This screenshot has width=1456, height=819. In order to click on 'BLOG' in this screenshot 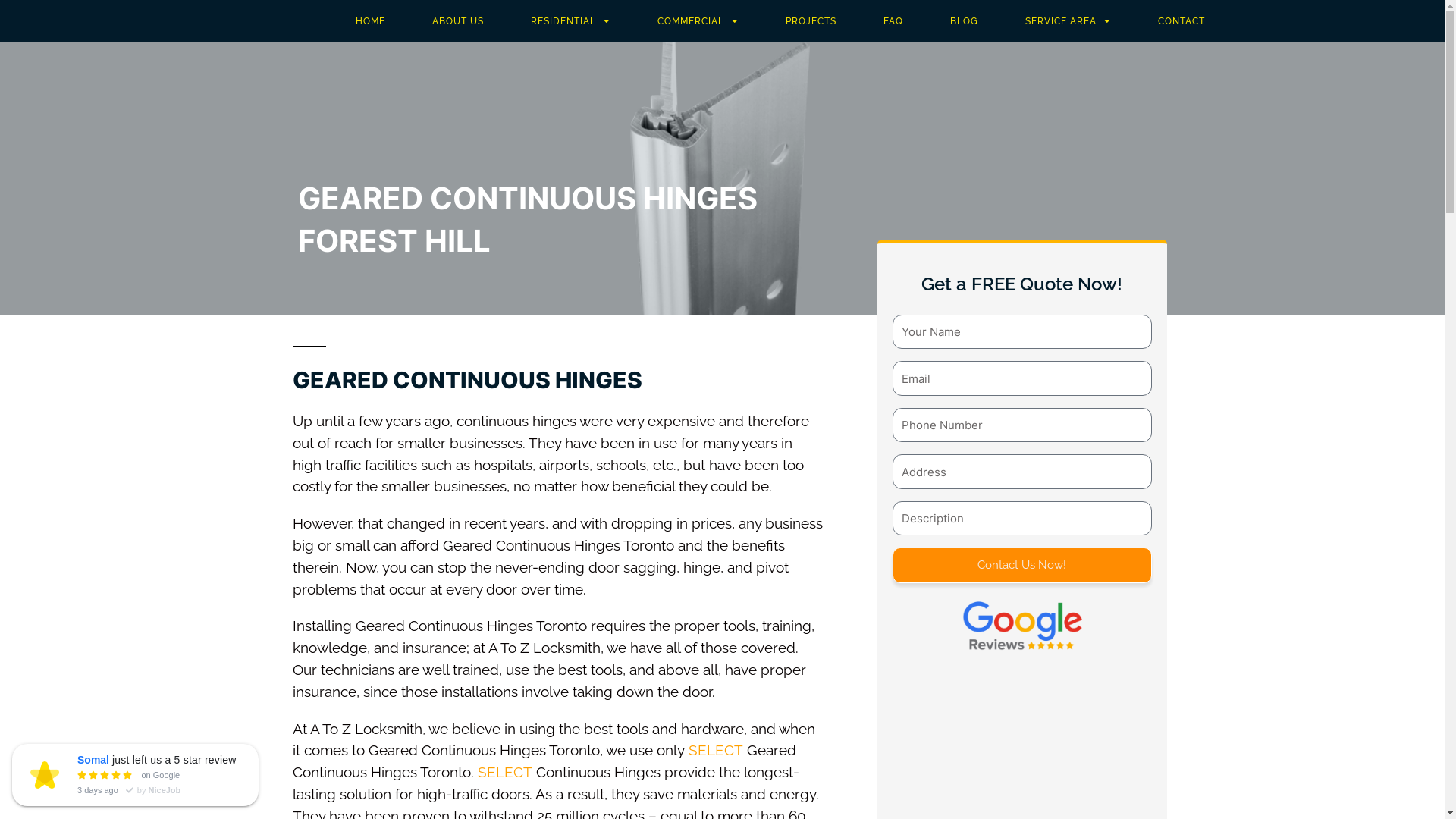, I will do `click(963, 20)`.